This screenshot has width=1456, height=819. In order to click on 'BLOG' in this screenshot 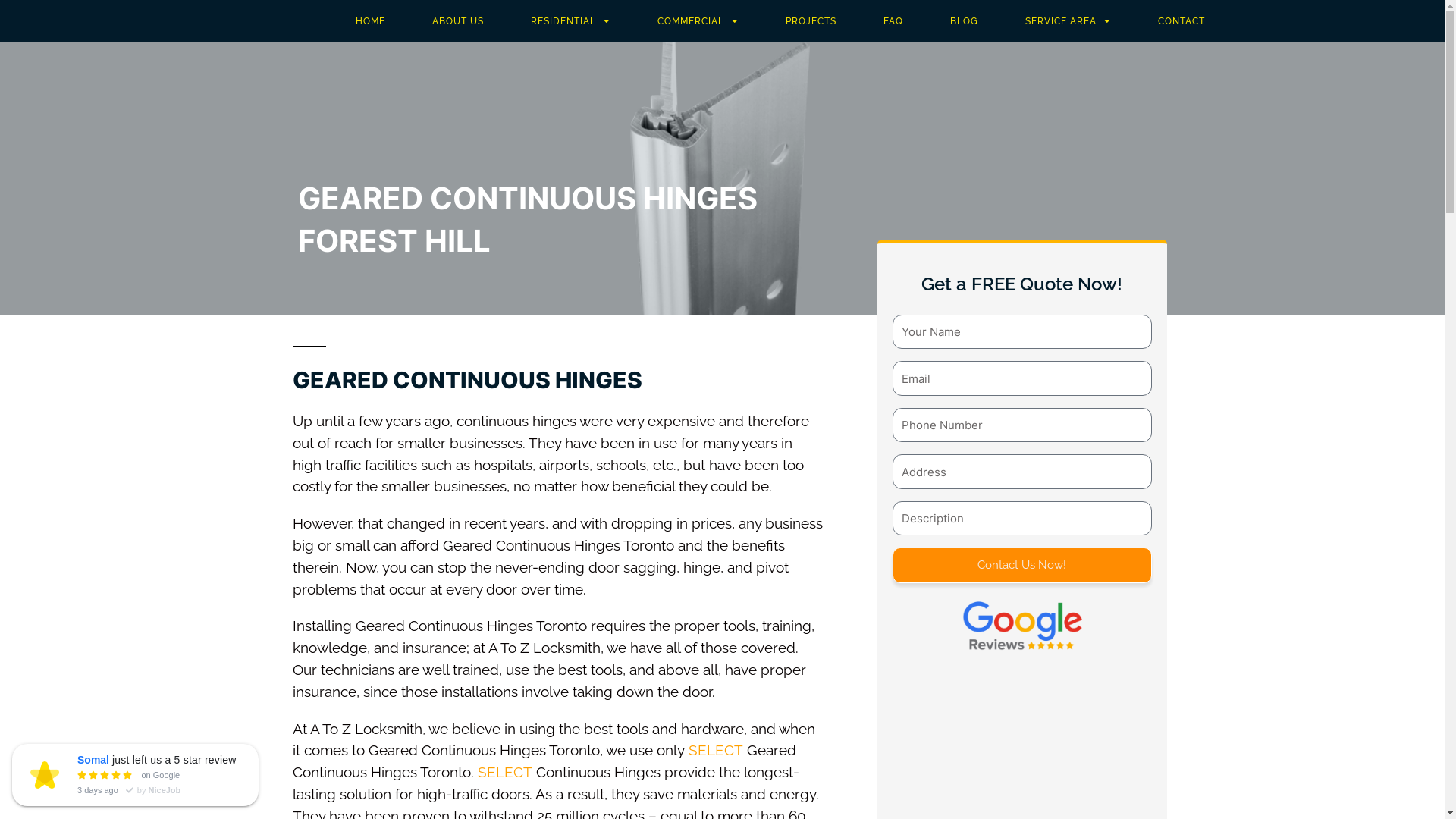, I will do `click(963, 20)`.